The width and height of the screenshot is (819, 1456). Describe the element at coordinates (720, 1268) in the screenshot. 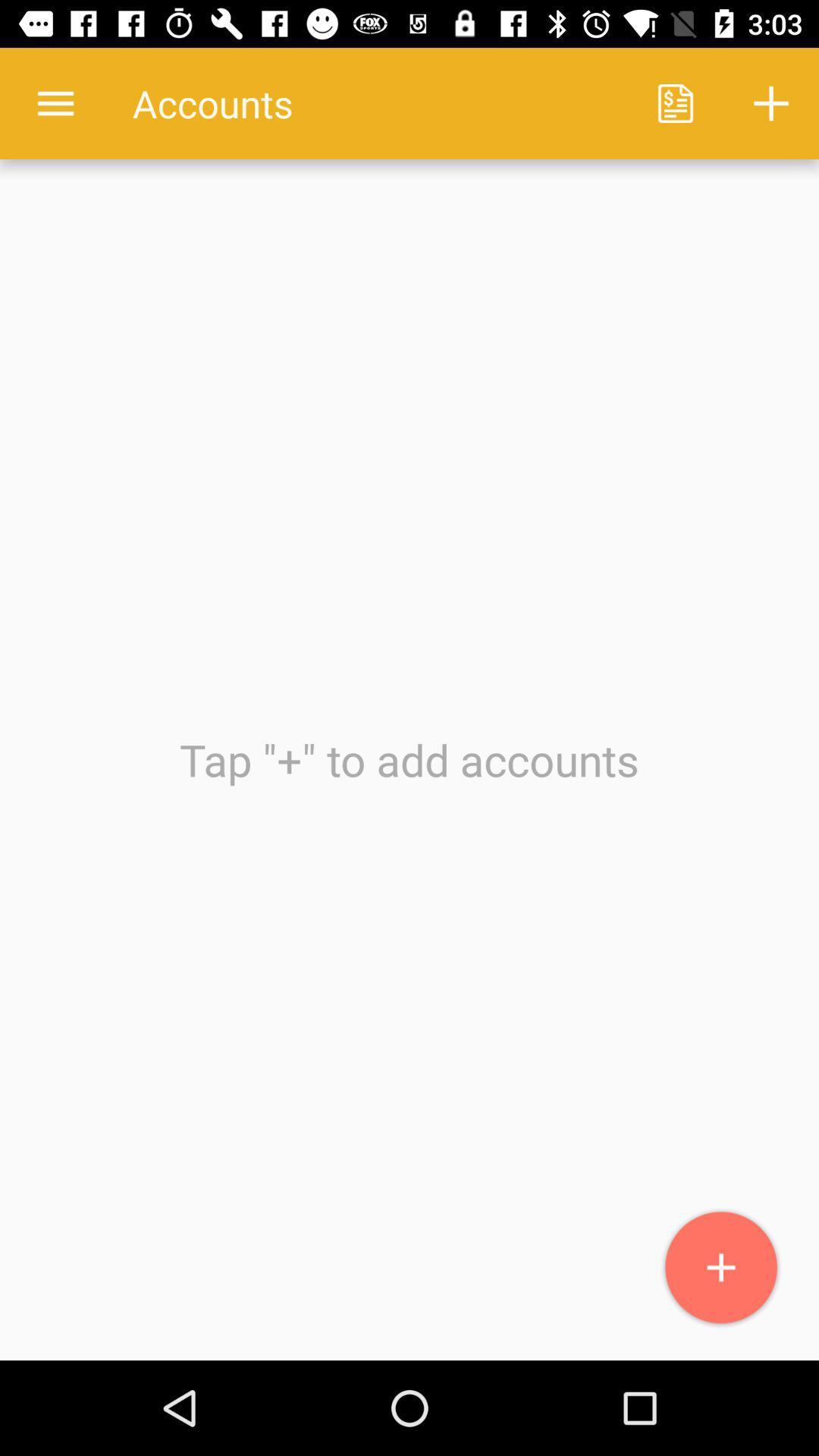

I see `icon at the bottom right corner` at that location.